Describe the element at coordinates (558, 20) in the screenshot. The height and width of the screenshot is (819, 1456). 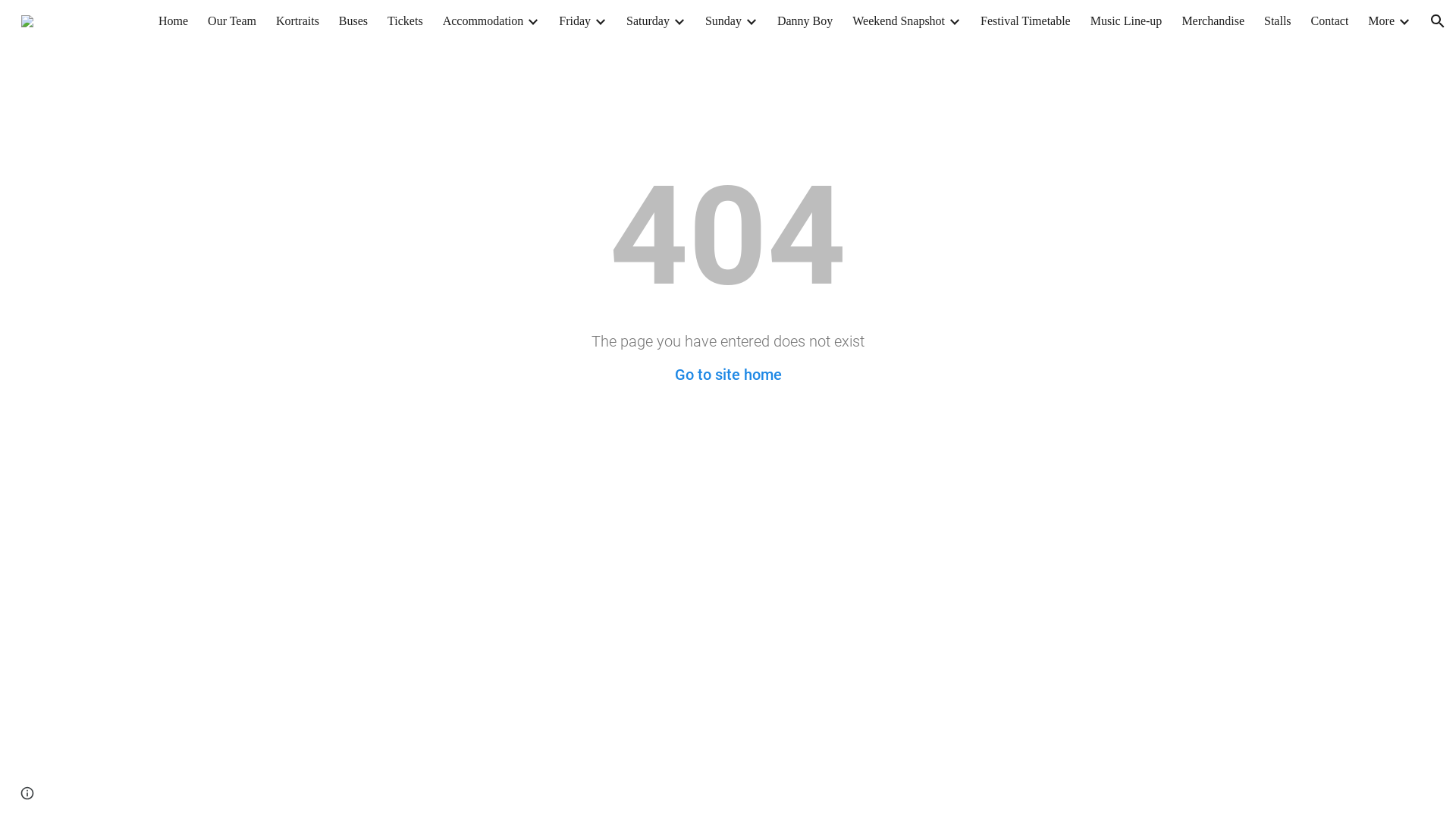
I see `'Friday'` at that location.